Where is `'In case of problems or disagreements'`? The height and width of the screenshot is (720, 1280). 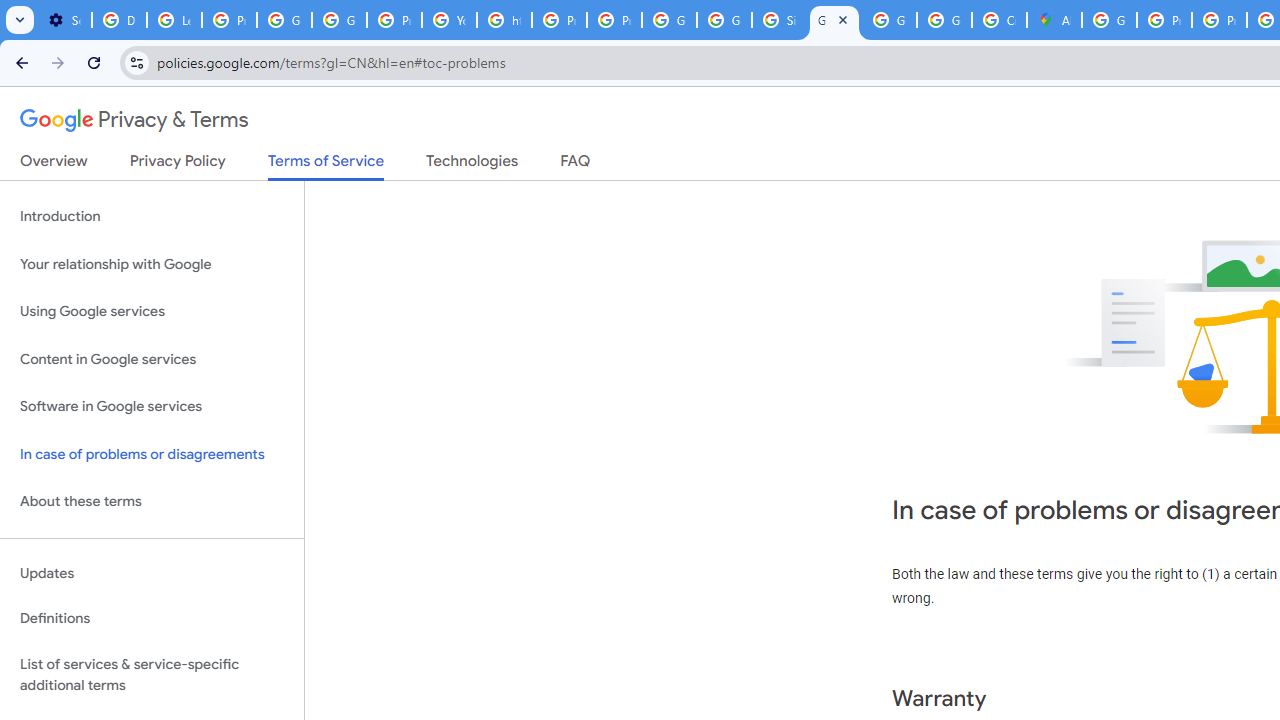 'In case of problems or disagreements' is located at coordinates (151, 454).